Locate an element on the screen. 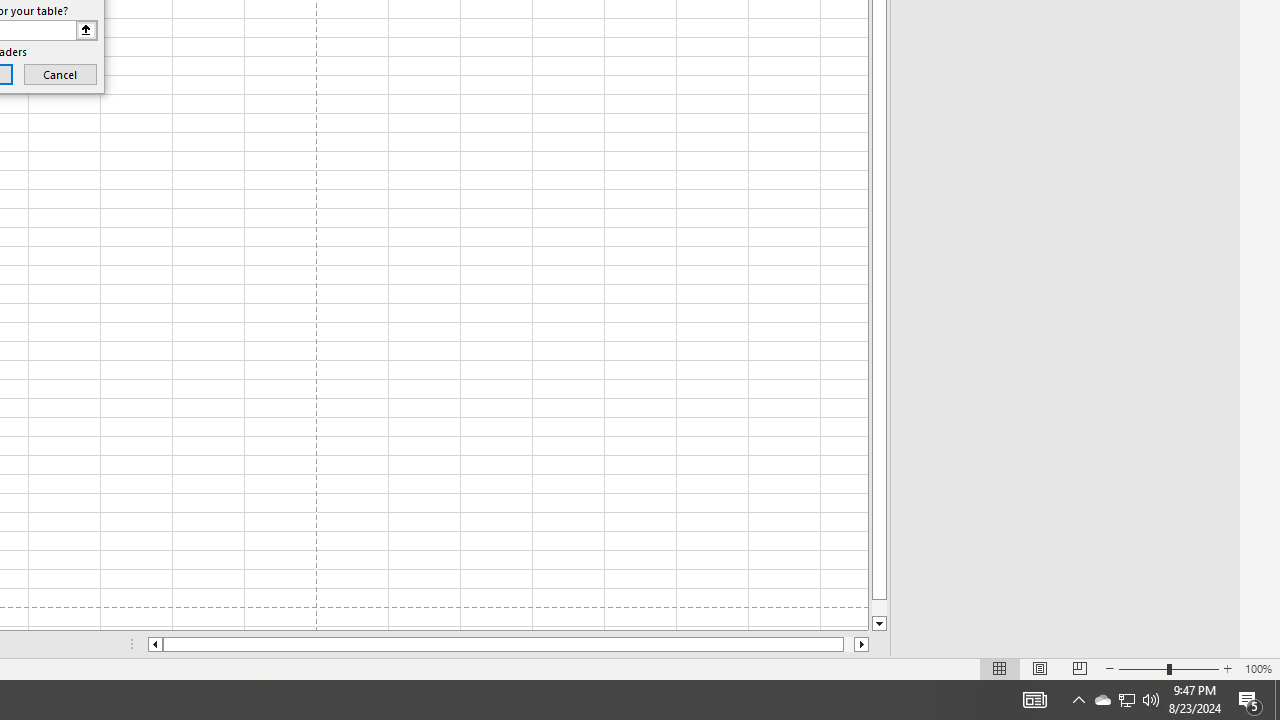 The image size is (1280, 720). 'Page right' is located at coordinates (848, 644).